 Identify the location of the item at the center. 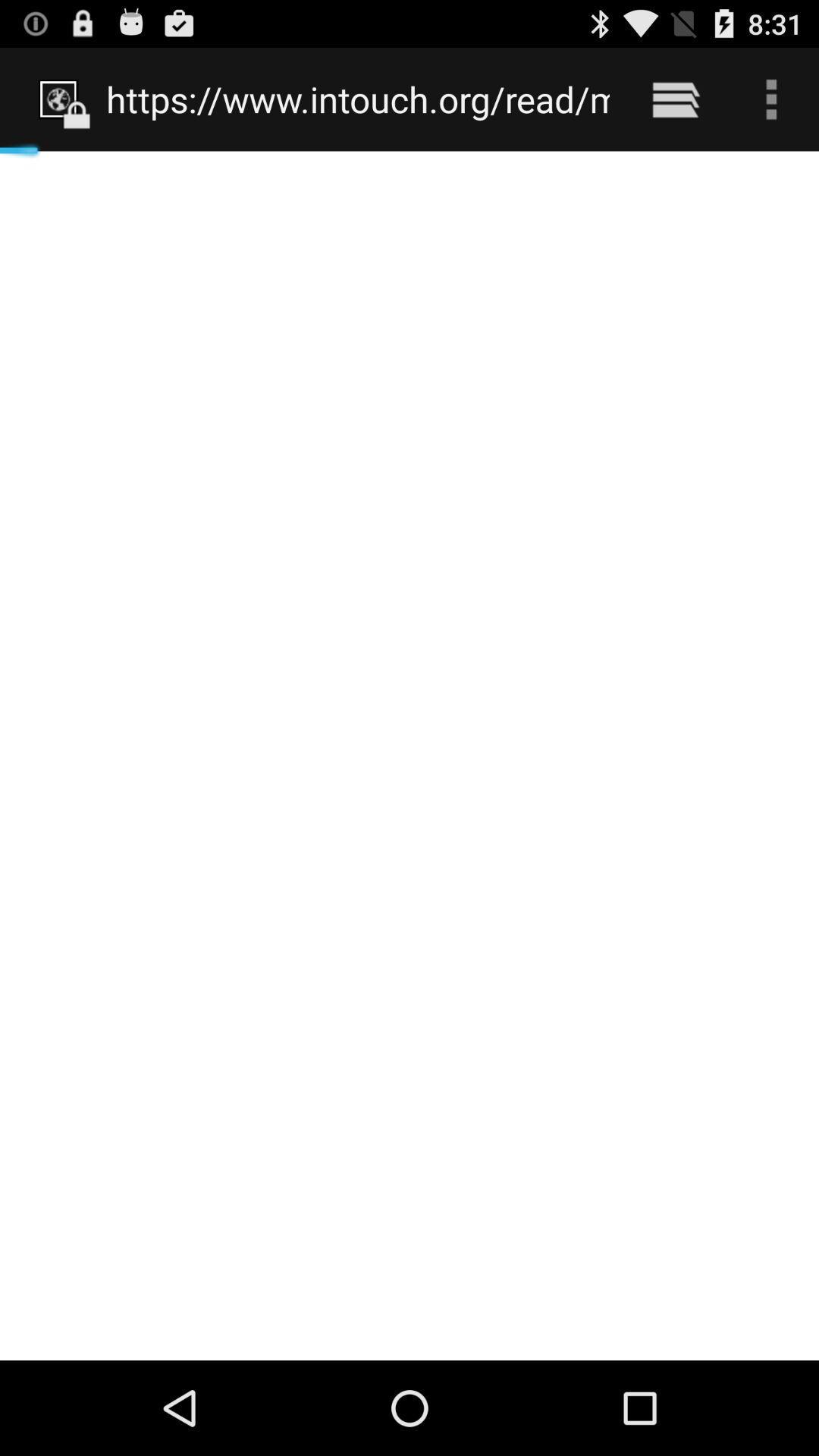
(409, 755).